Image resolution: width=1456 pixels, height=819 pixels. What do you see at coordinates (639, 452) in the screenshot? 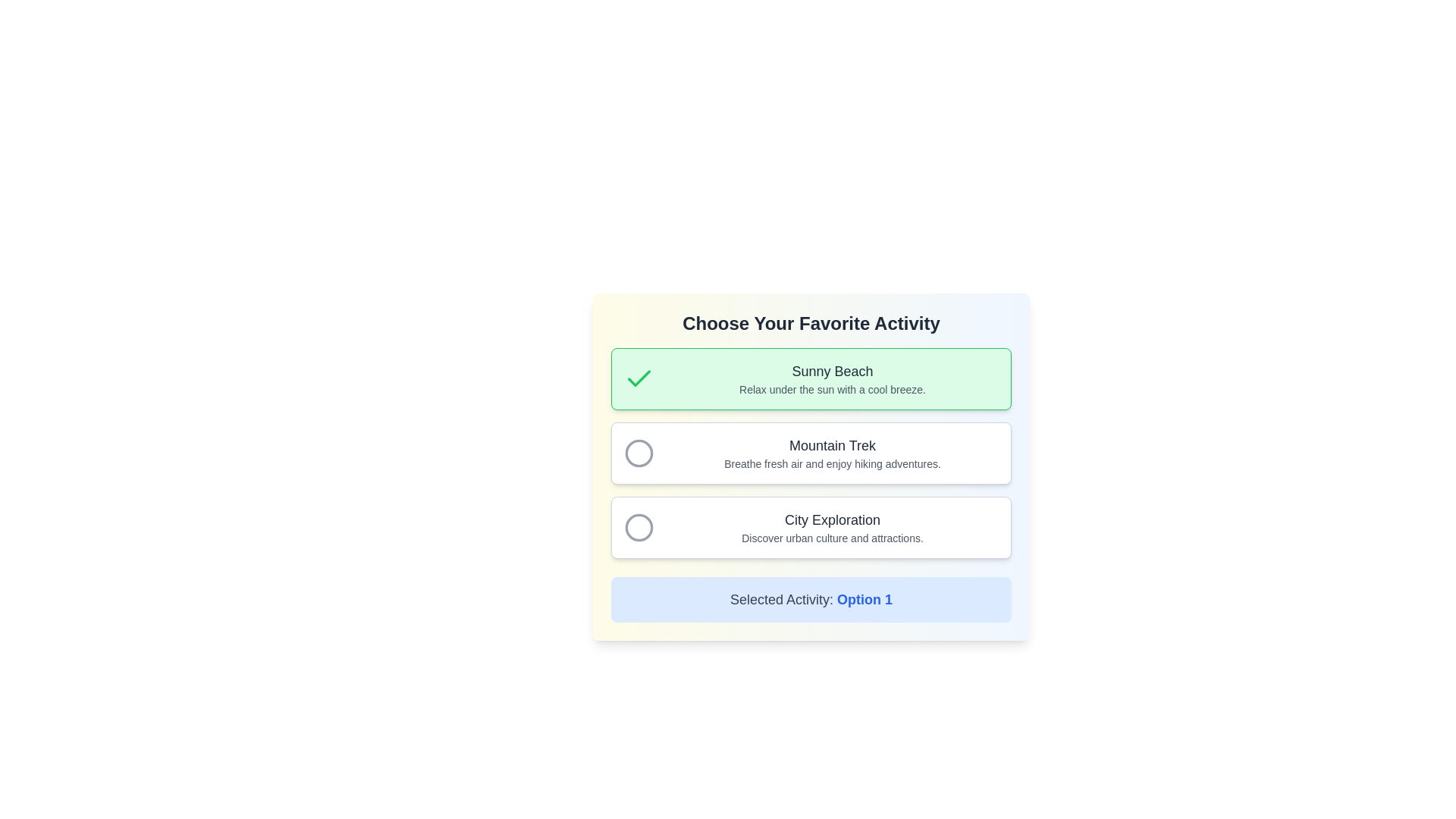
I see `the gray circular radio button located to the left of the 'Mountain Trek' option, which is aligned horizontally with the text and vertically positioned between 'Sunny Beach' and 'City Exploration'` at bounding box center [639, 452].